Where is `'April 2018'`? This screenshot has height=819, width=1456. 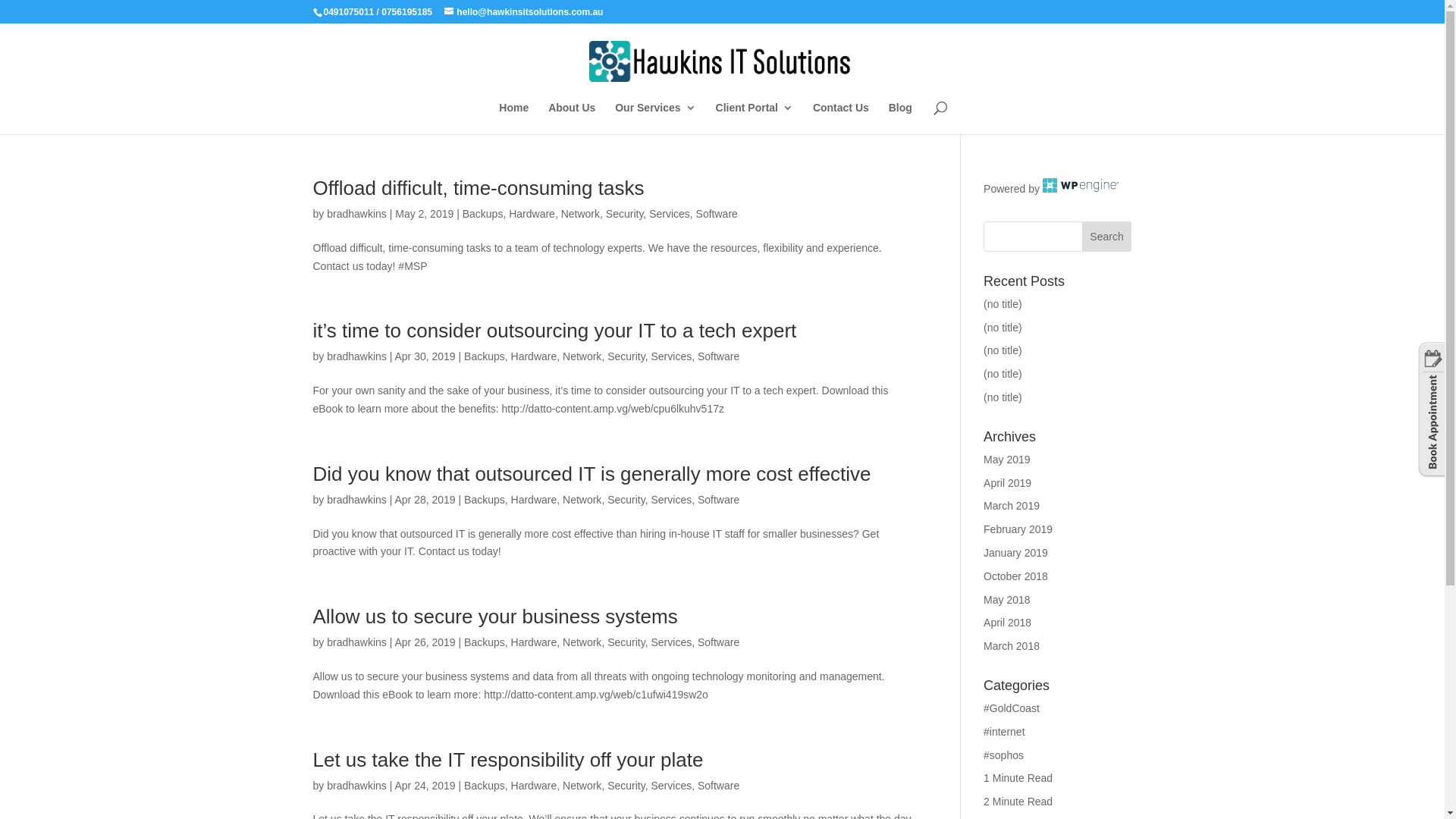 'April 2018' is located at coordinates (1007, 623).